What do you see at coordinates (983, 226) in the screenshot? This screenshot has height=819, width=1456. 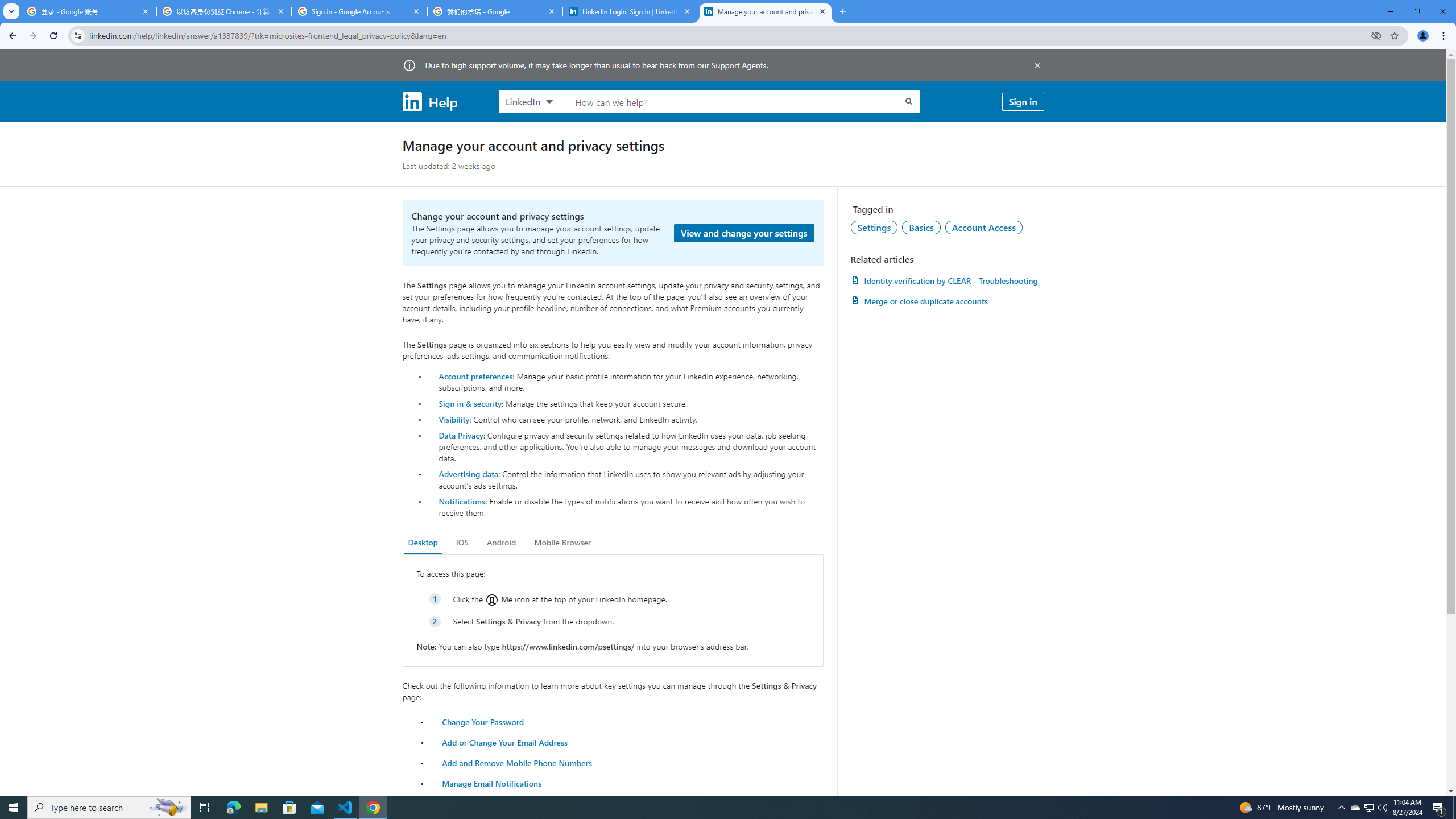 I see `'Account Access'` at bounding box center [983, 226].